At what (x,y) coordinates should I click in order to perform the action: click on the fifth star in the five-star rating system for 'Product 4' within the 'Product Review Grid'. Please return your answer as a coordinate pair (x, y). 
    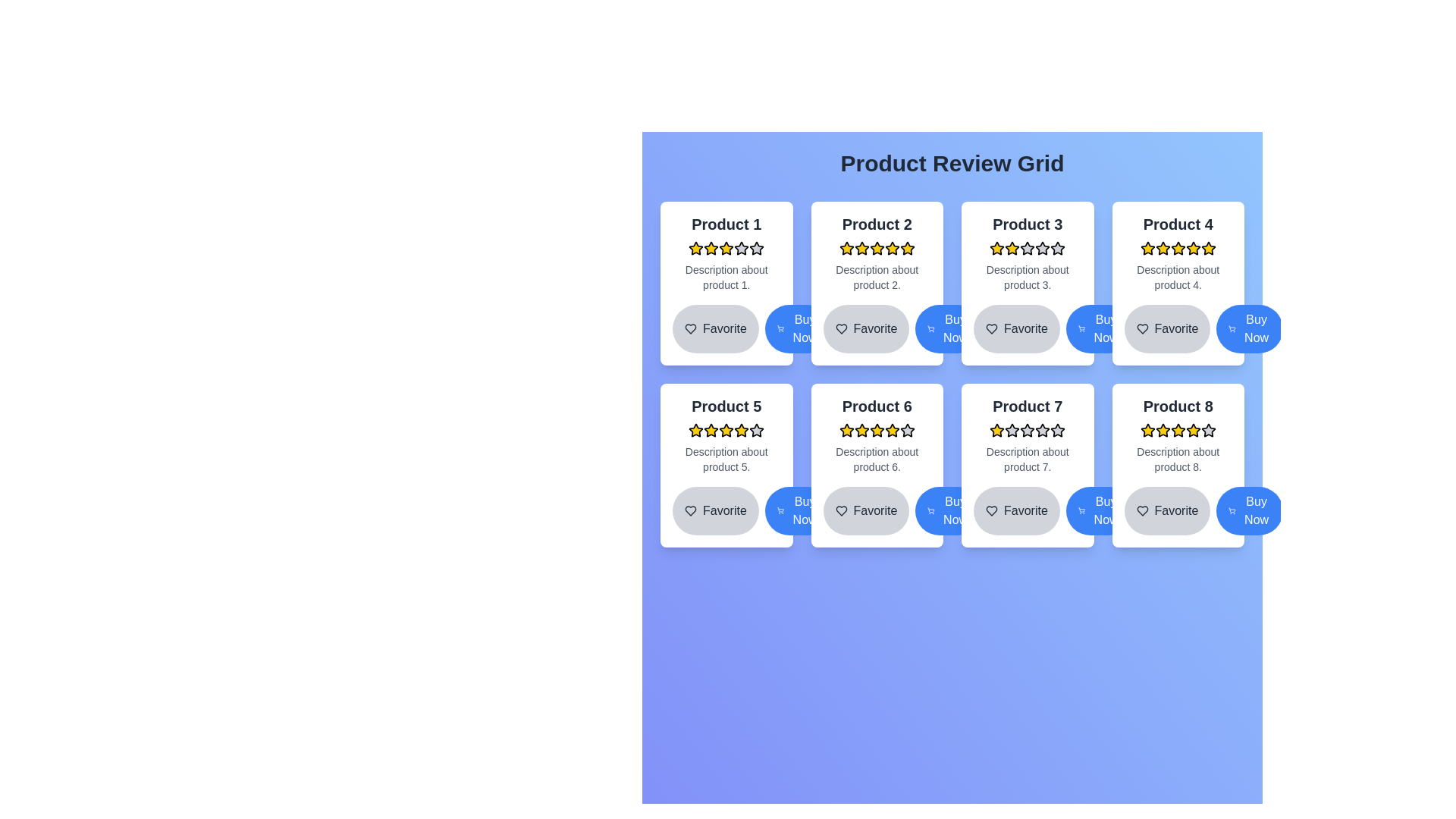
    Looking at the image, I should click on (1192, 247).